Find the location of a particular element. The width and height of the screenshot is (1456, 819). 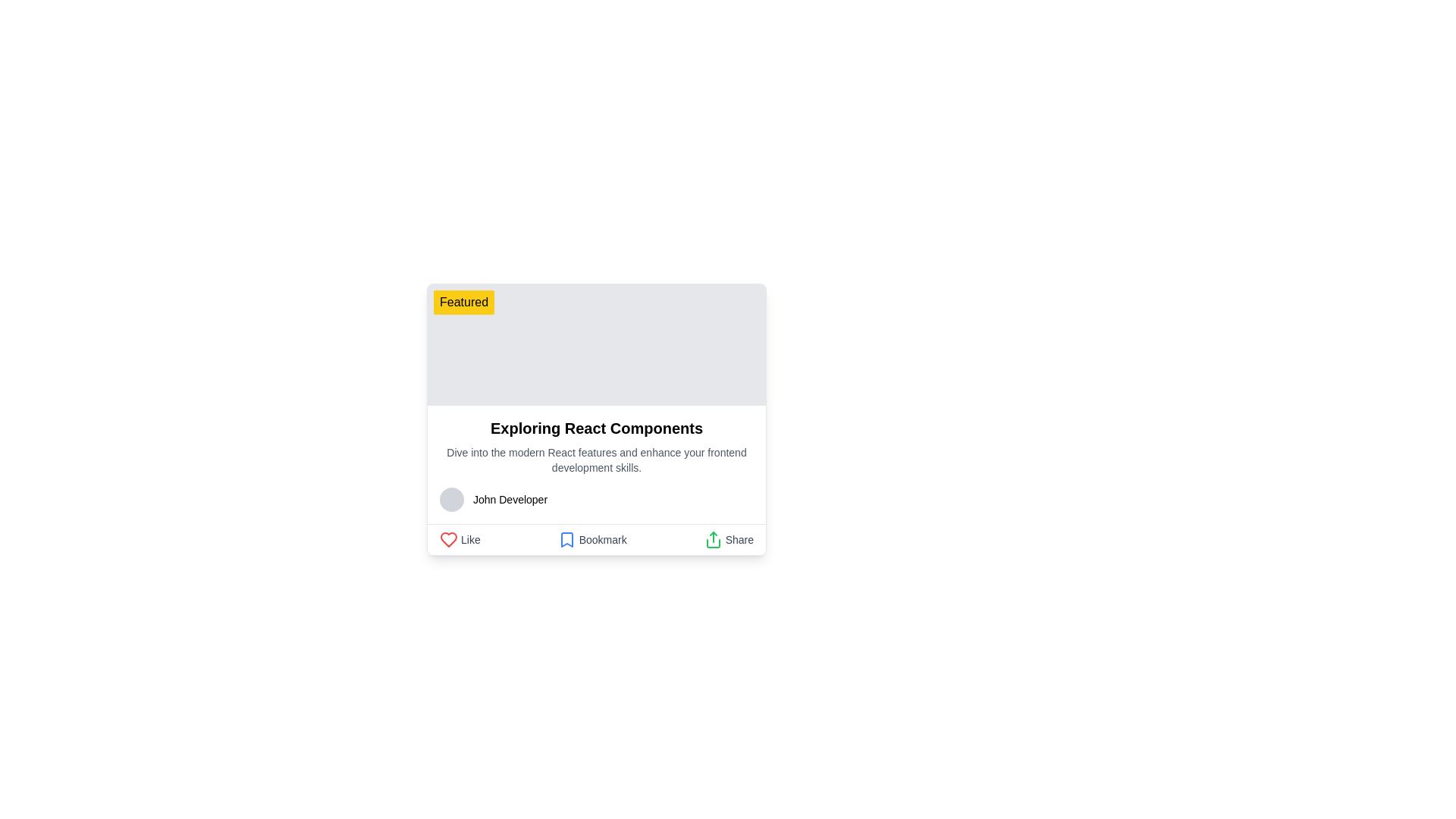

the heart-shaped icon located at the bottom left corner of the card component is located at coordinates (447, 539).